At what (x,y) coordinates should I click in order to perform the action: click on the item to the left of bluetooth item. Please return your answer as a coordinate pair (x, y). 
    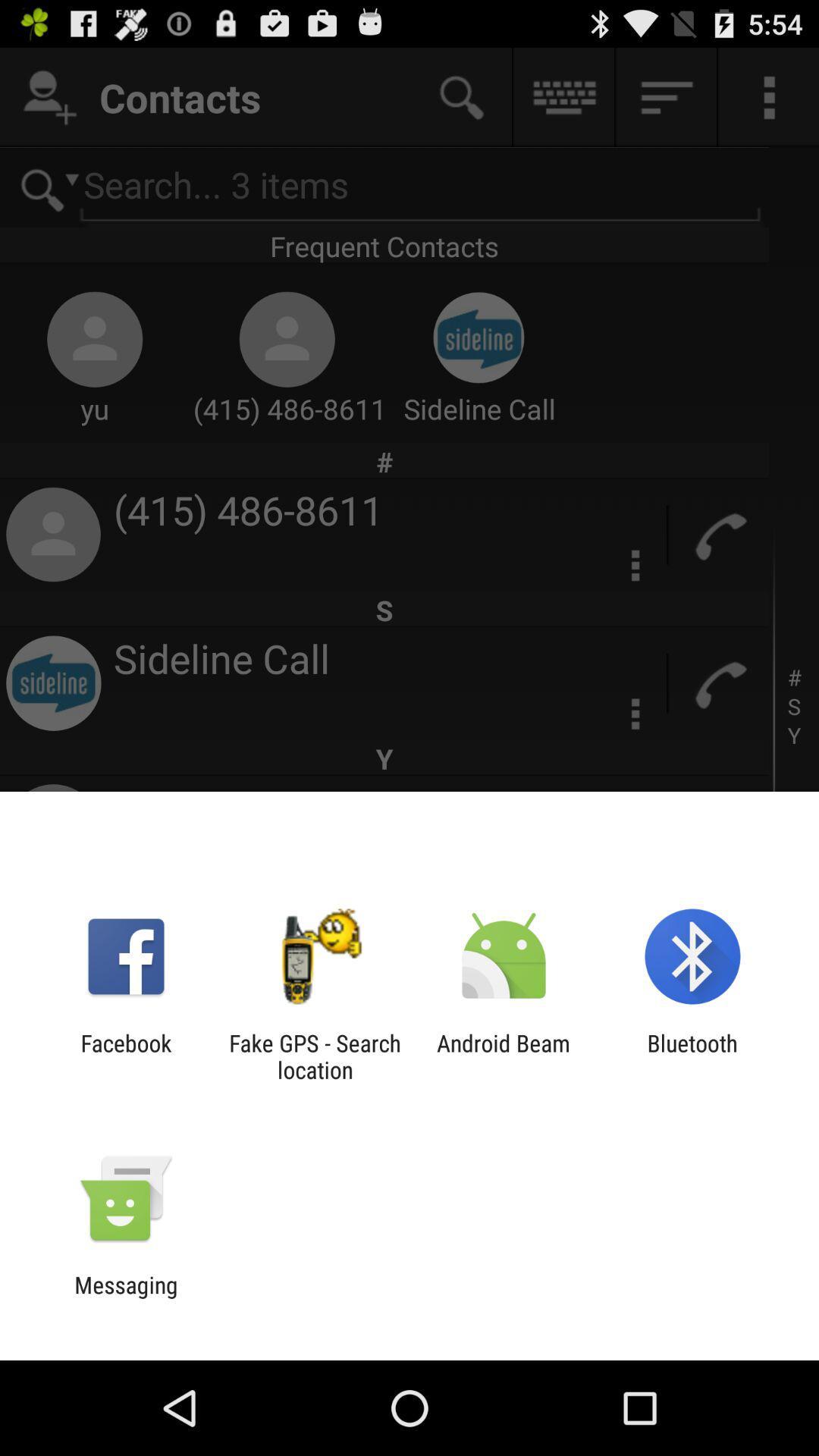
    Looking at the image, I should click on (504, 1056).